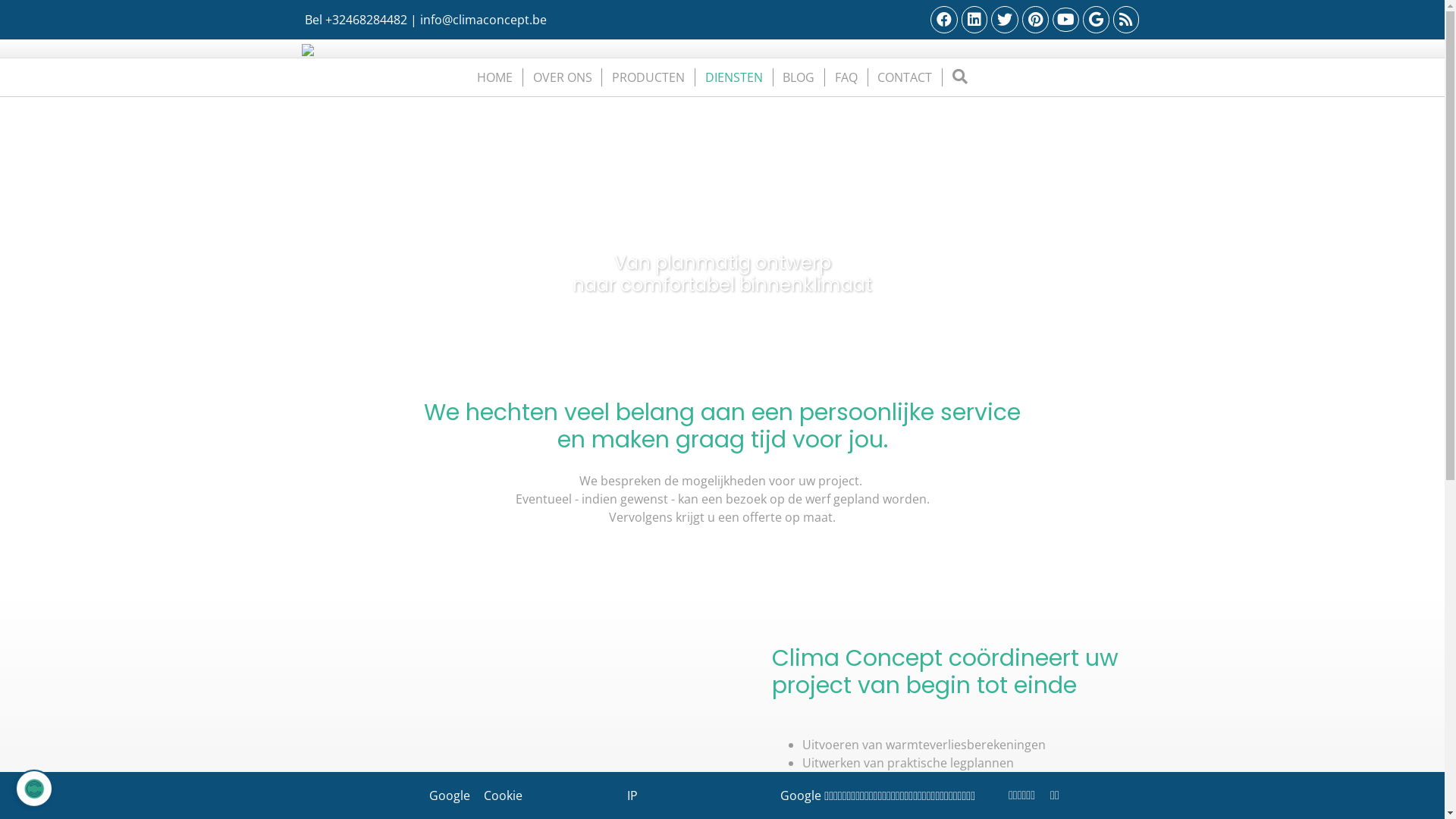 The image size is (1456, 819). Describe the element at coordinates (797, 77) in the screenshot. I see `'BLOG'` at that location.